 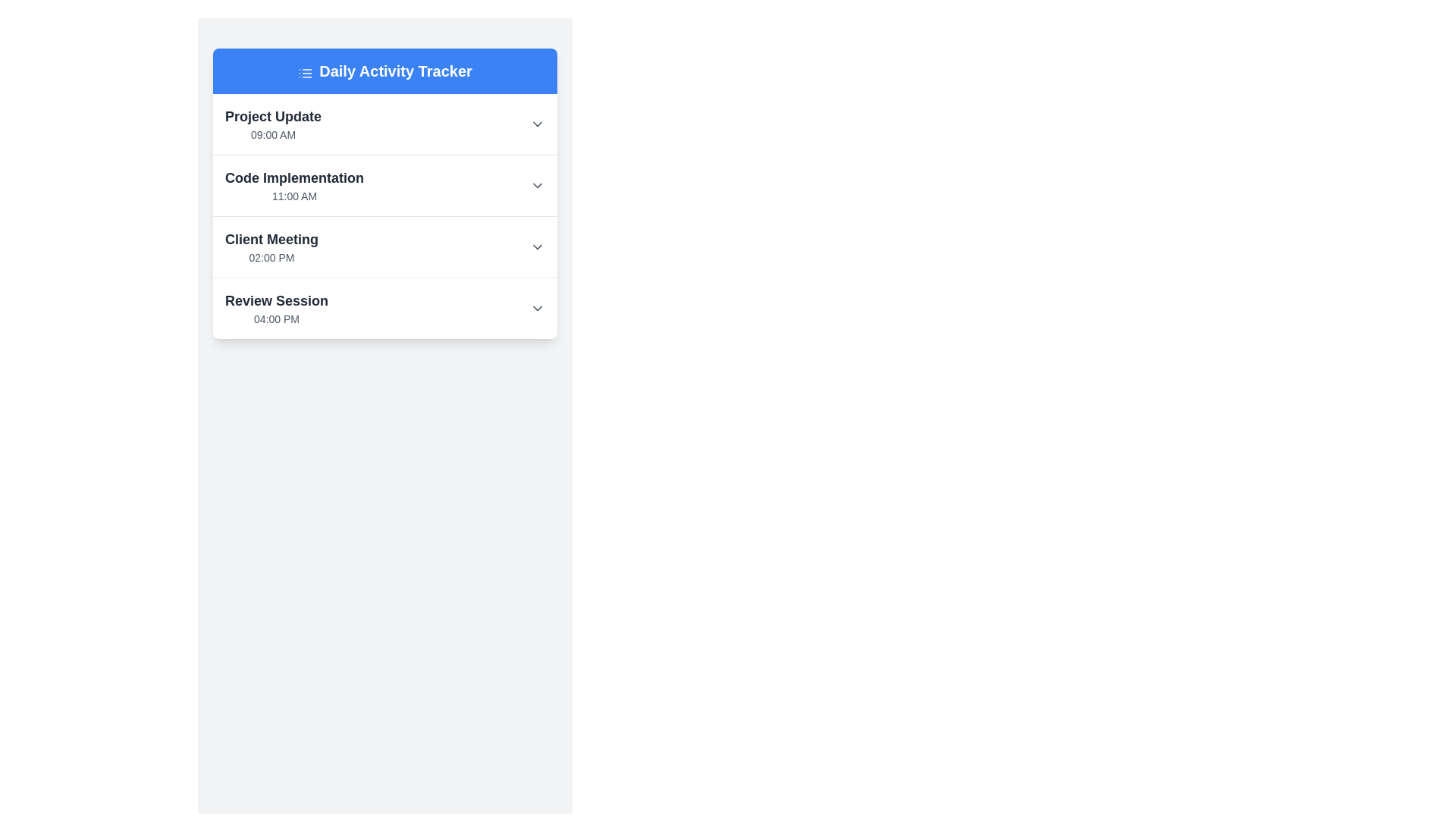 I want to click on the static text label displaying 'Client Meeting', which is a bold, large font in dark gray color, located under the title 'Daily Activity Tracker' and above the schedule '02:00 PM', so click(x=271, y=239).